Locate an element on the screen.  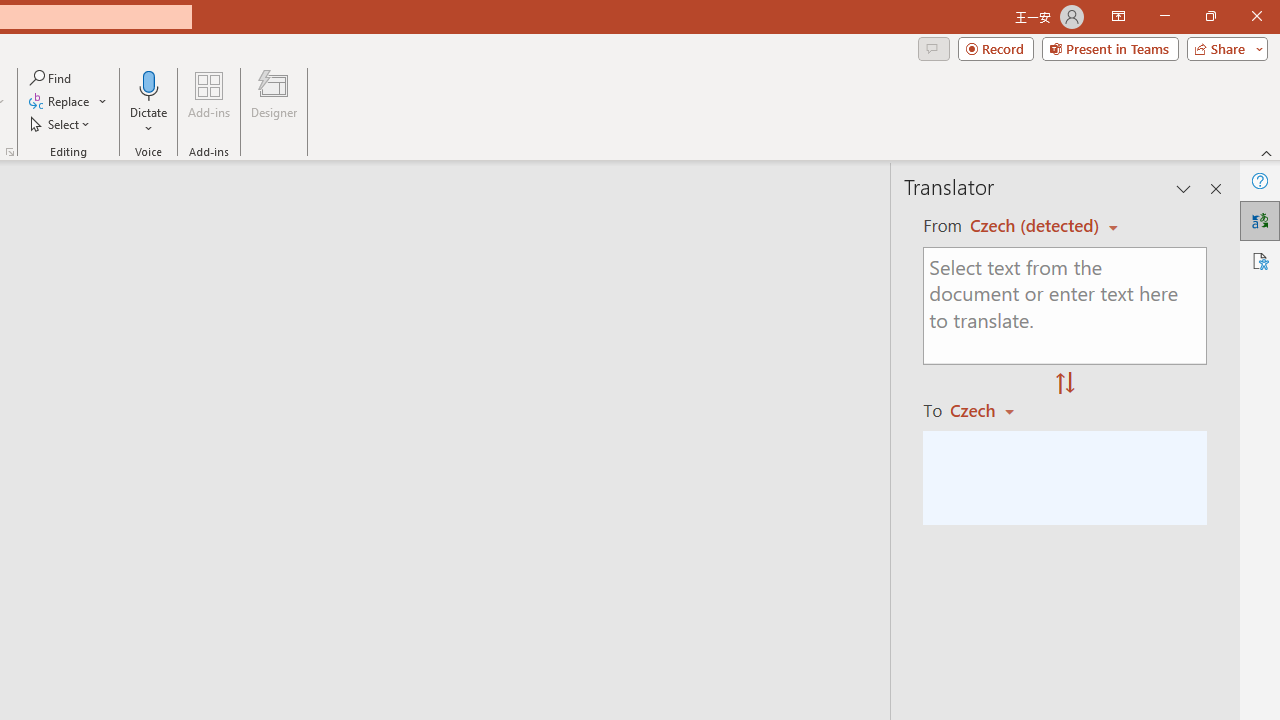
'Czech' is located at coordinates (991, 409).